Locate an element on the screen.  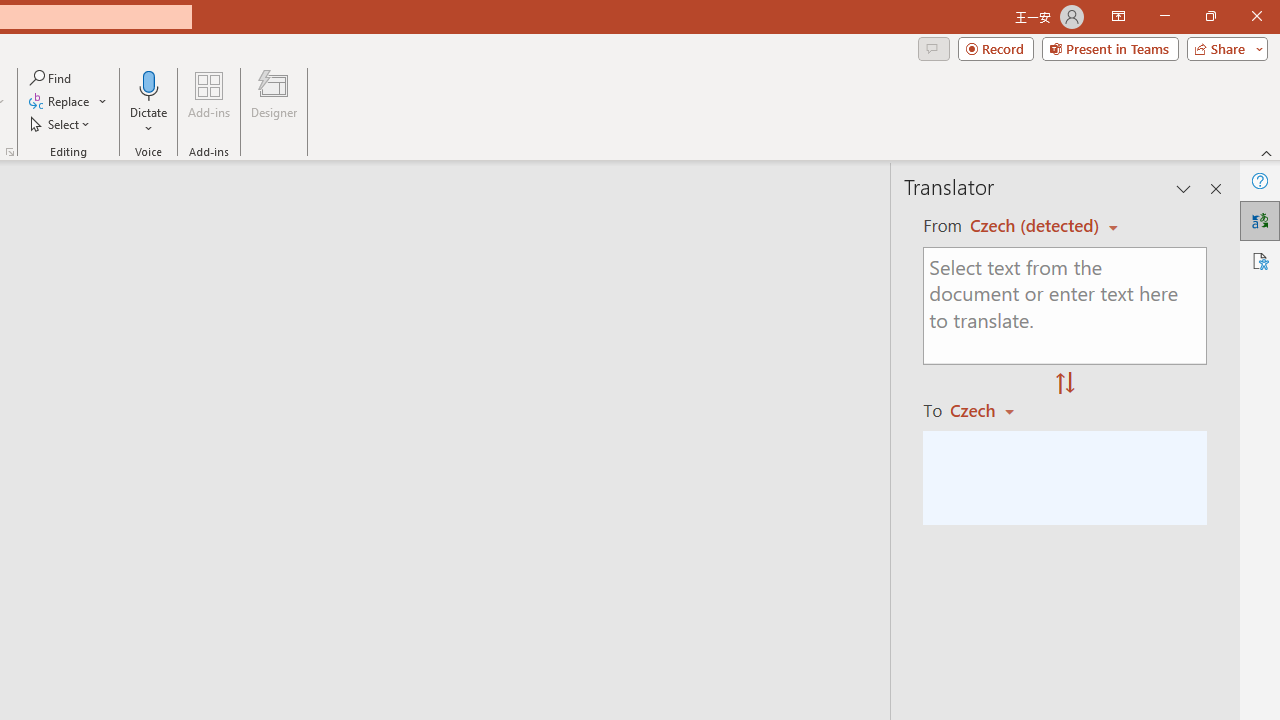
'Czech' is located at coordinates (991, 409).